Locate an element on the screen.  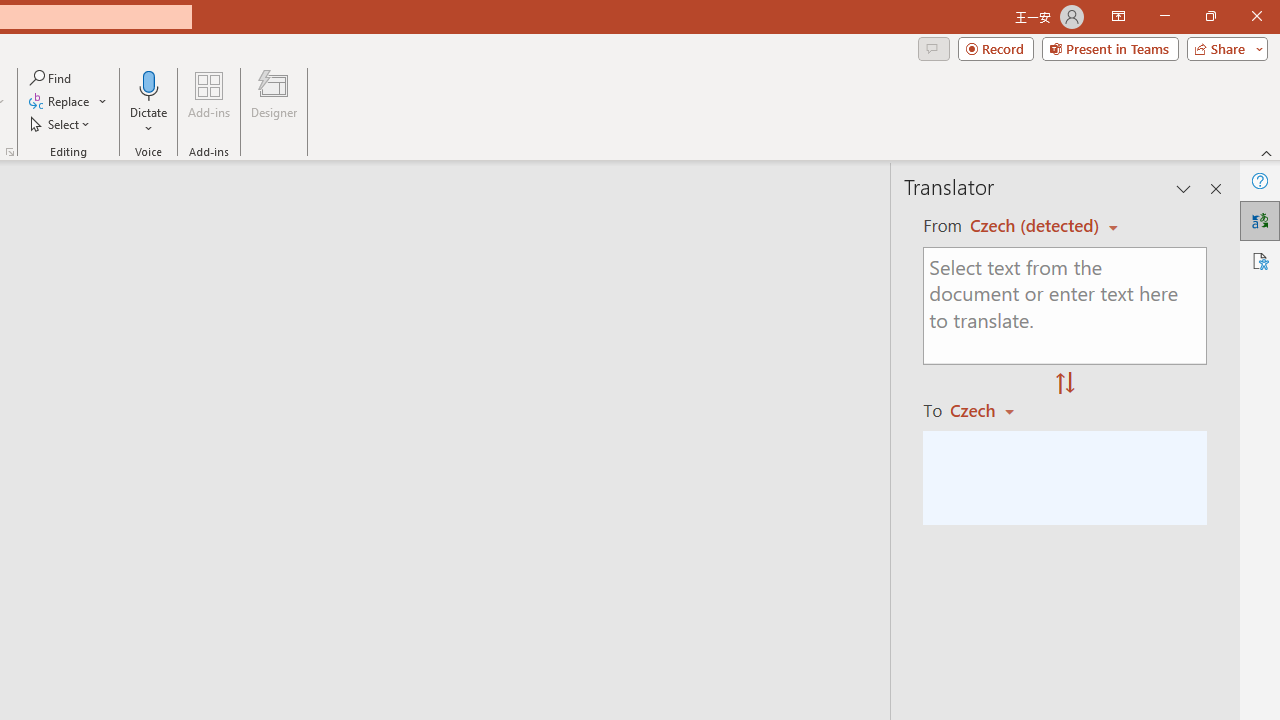
'Czech' is located at coordinates (991, 409).